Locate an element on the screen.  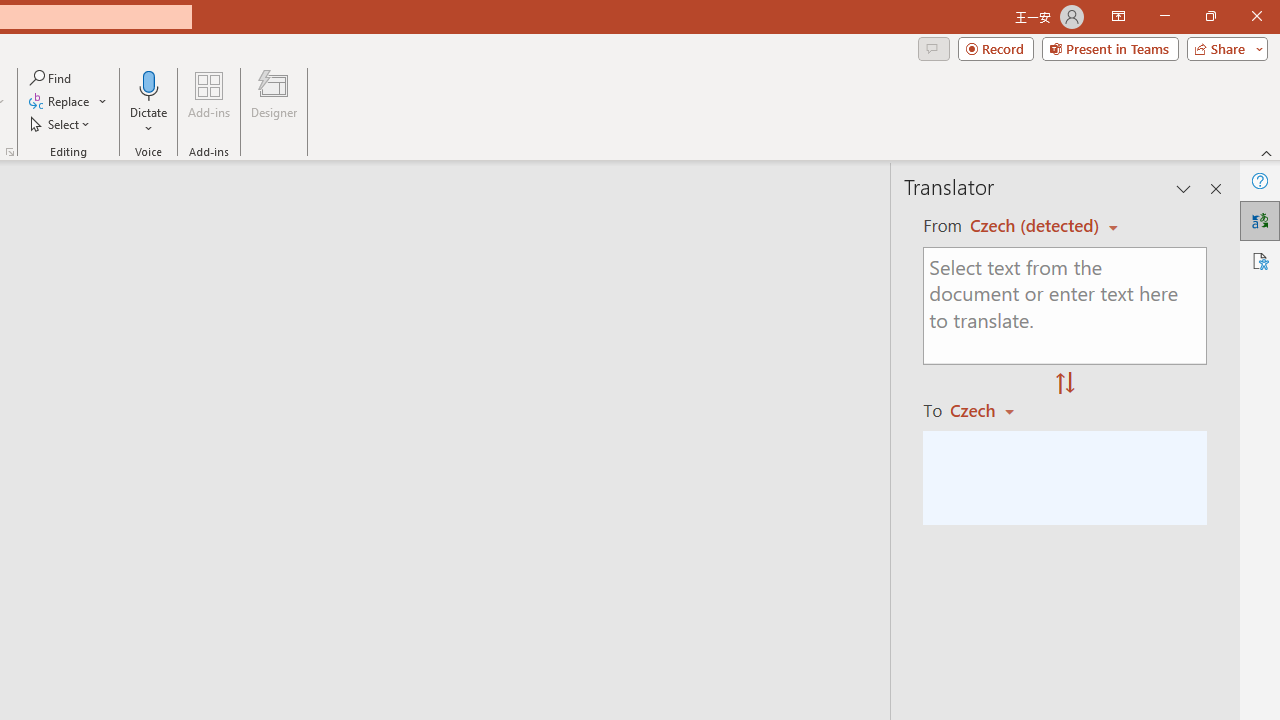
'Czech' is located at coordinates (991, 409).